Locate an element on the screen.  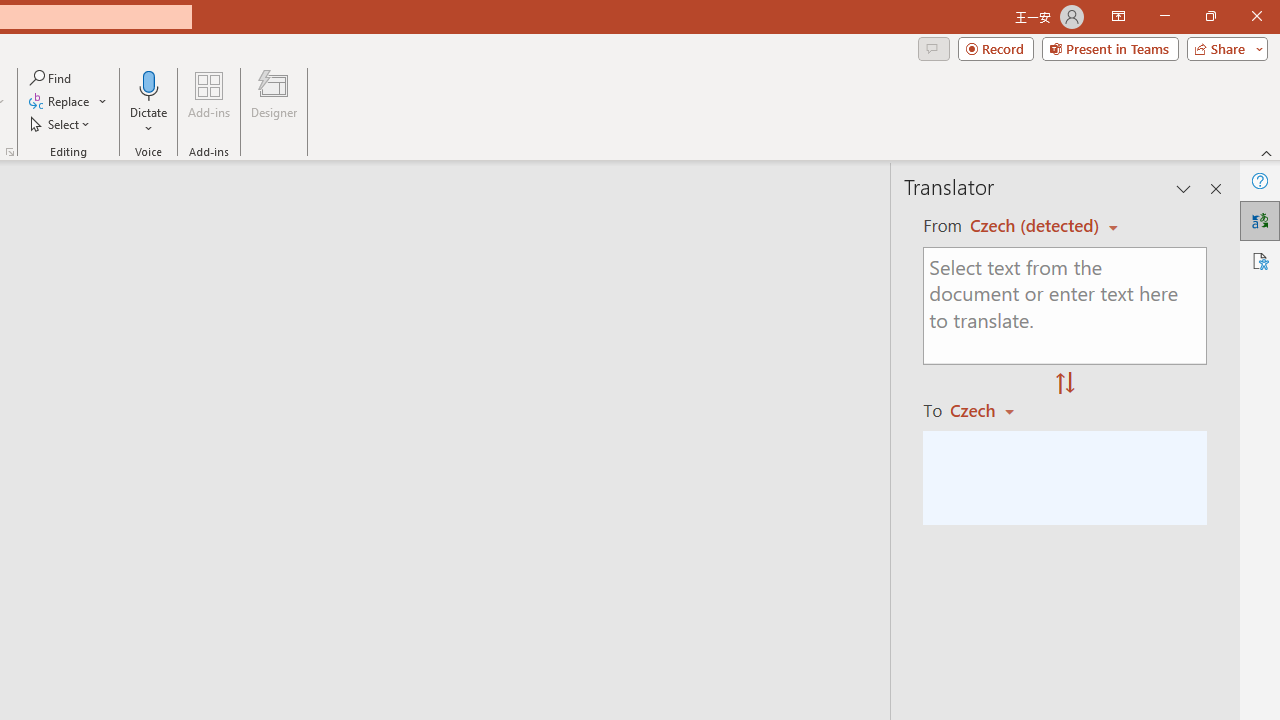
'Czech' is located at coordinates (991, 409).